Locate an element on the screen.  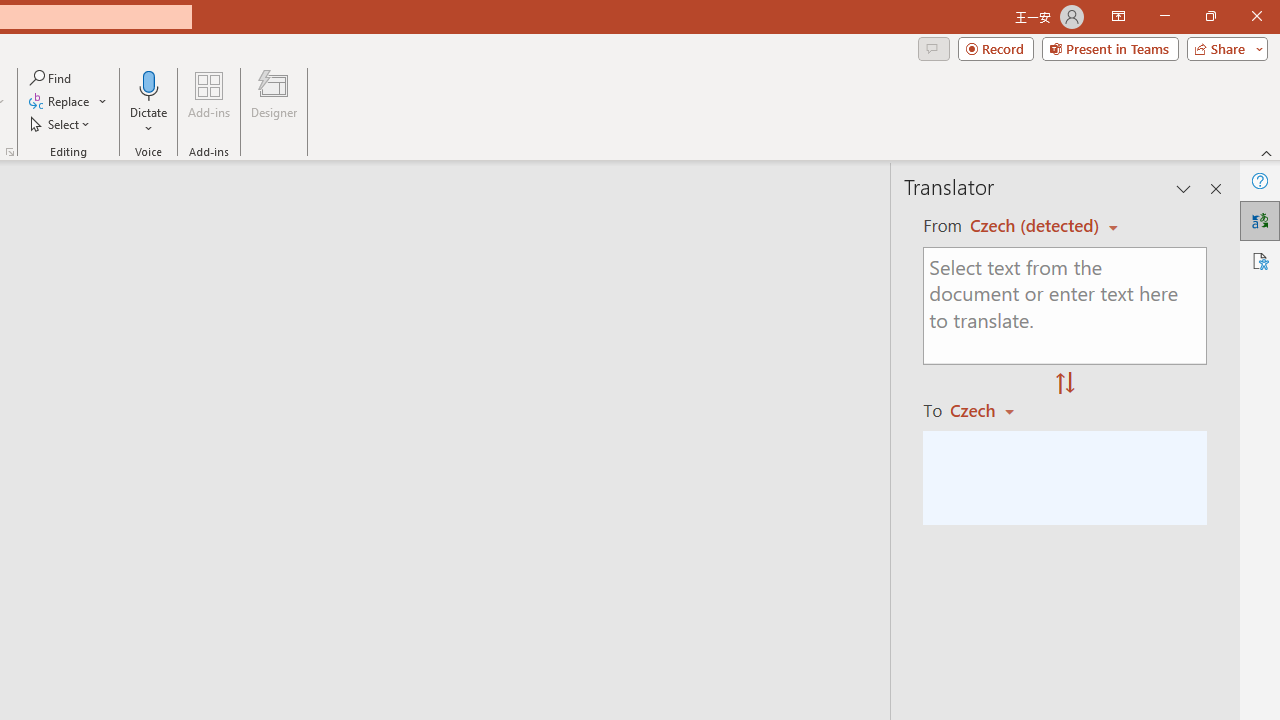
'Czech' is located at coordinates (991, 409).